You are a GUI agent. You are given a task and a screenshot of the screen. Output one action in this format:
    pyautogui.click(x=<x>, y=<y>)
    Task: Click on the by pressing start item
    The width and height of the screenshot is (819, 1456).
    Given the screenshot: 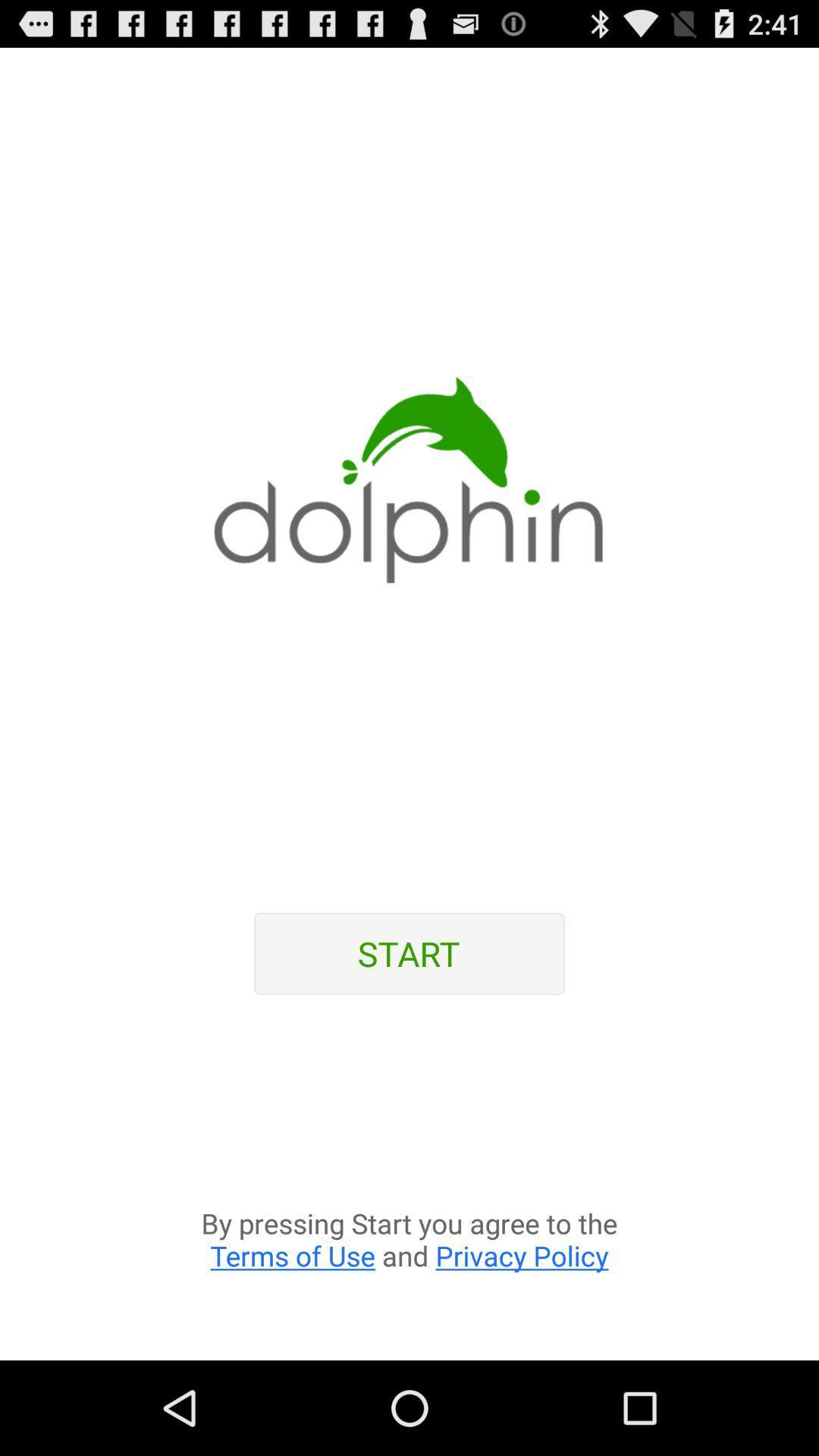 What is the action you would take?
    pyautogui.click(x=409, y=1186)
    